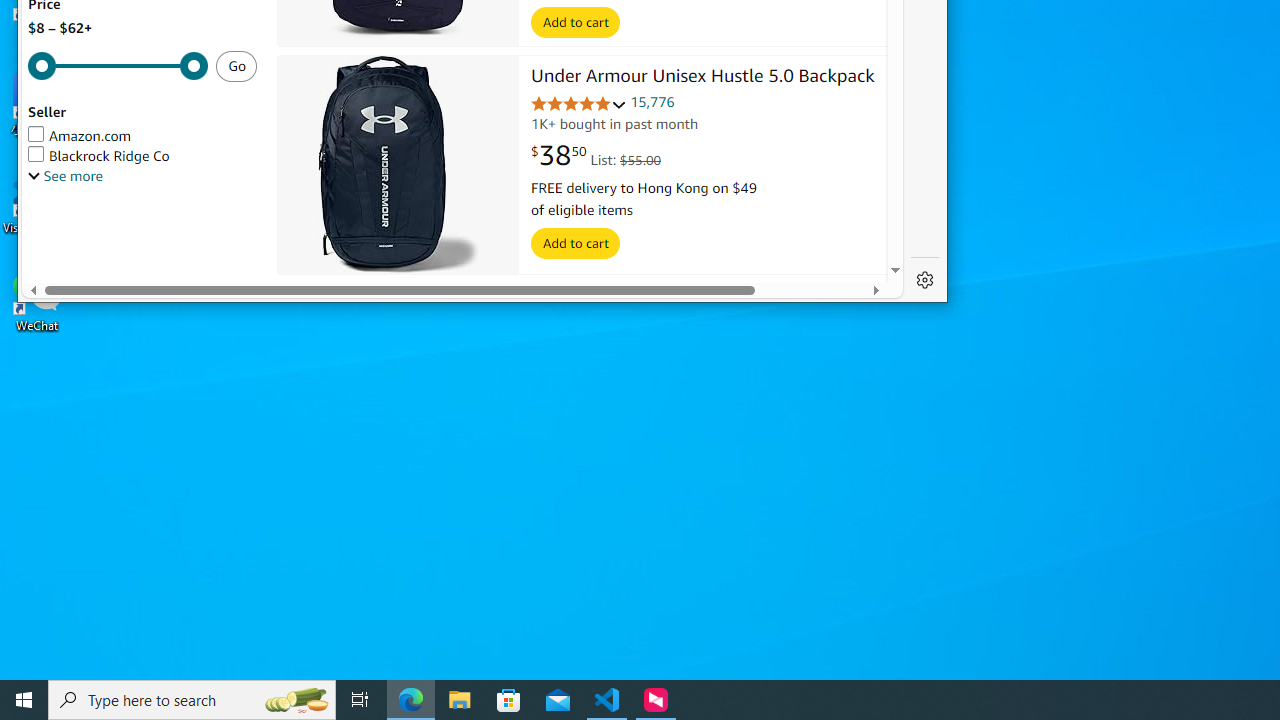 This screenshot has height=720, width=1280. Describe the element at coordinates (65, 175) in the screenshot. I see `'See more, Seller'` at that location.